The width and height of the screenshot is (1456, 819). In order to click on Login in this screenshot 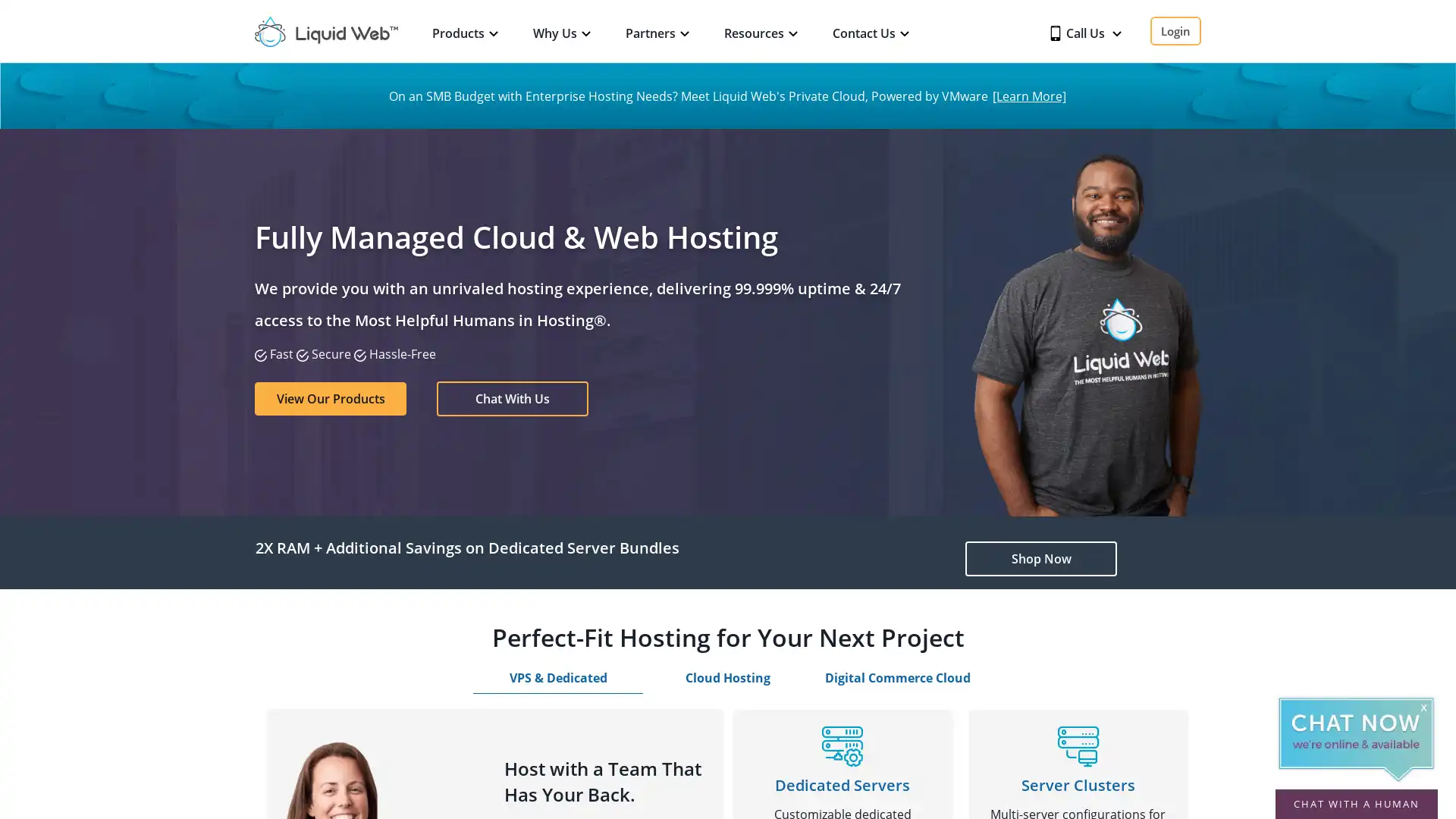, I will do `click(1175, 30)`.